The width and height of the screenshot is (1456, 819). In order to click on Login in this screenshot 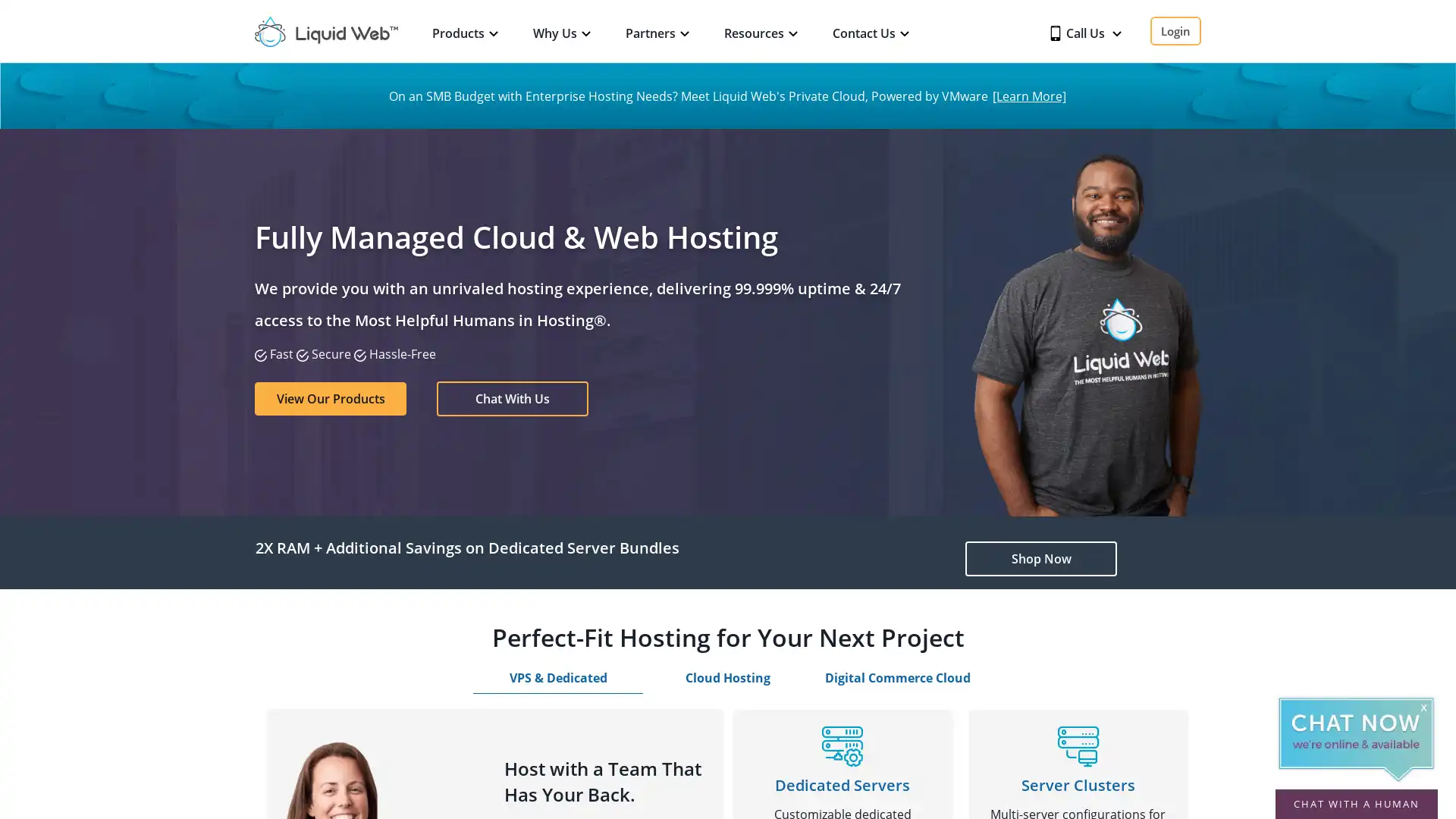, I will do `click(1175, 30)`.